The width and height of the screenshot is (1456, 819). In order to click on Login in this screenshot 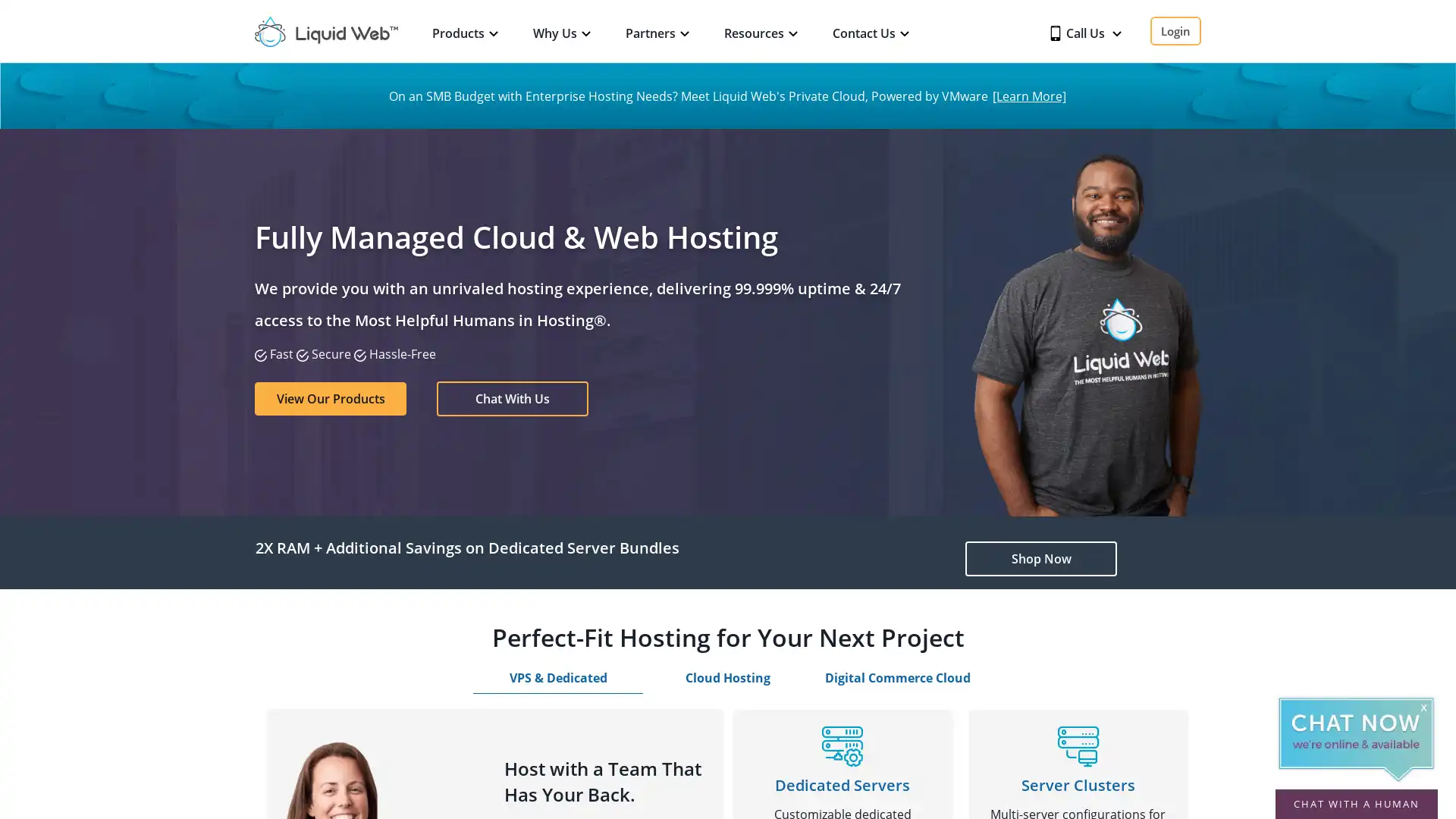, I will do `click(1175, 30)`.